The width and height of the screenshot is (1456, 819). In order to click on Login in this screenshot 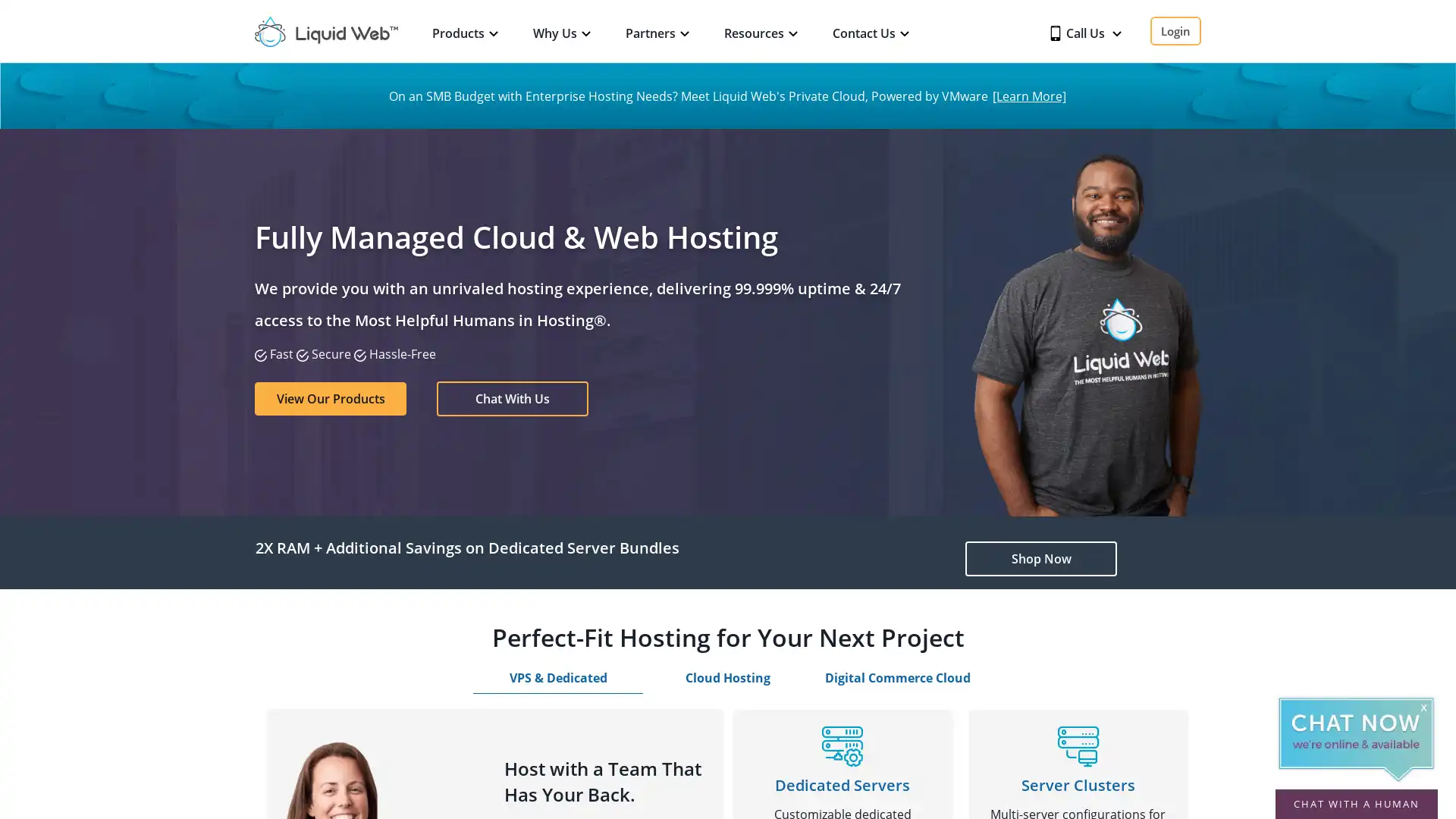, I will do `click(1175, 30)`.